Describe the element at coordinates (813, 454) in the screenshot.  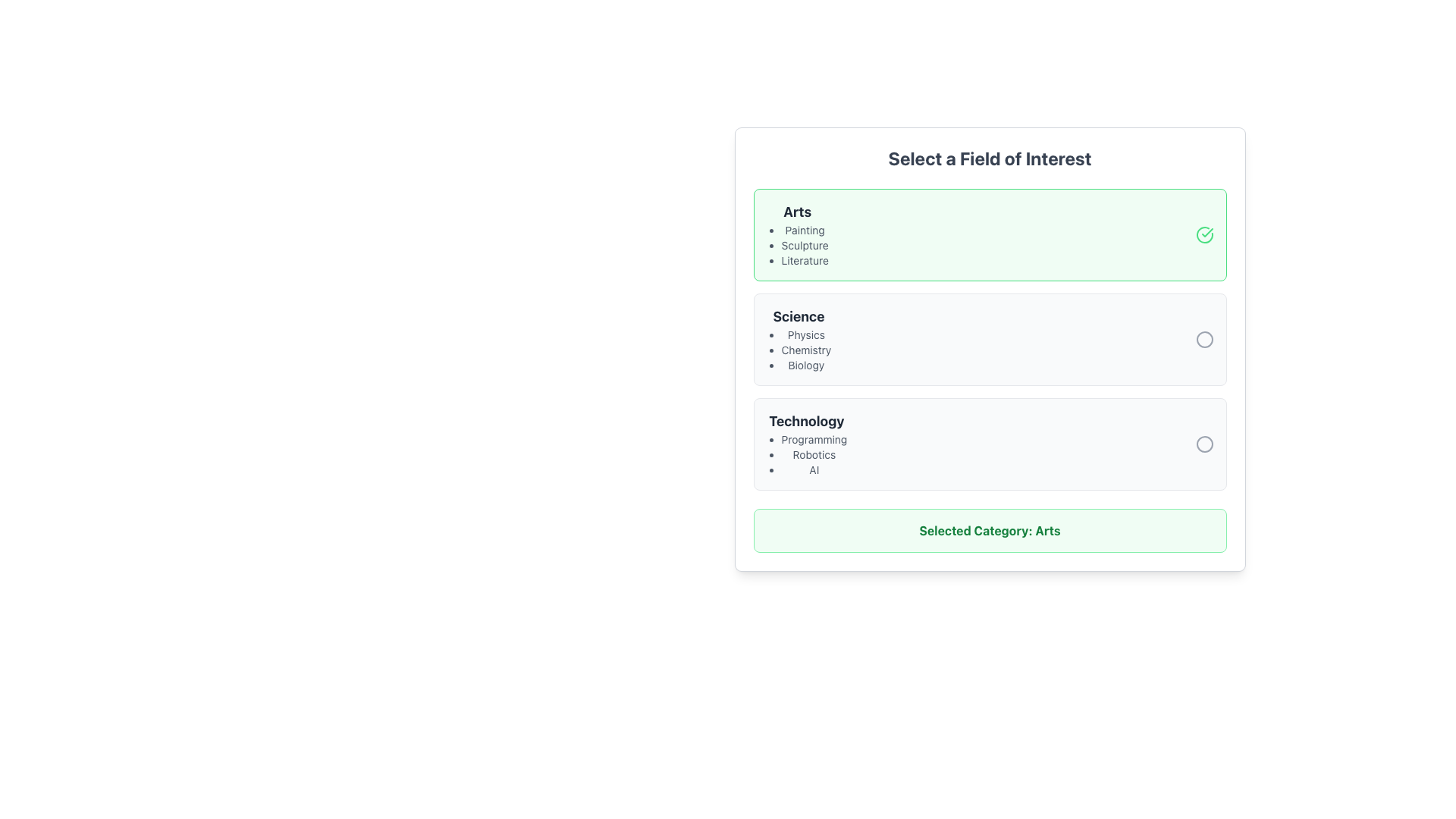
I see `the list item labeled 'Robotics', which is the second item in the vertical list under the 'Technology' section` at that location.